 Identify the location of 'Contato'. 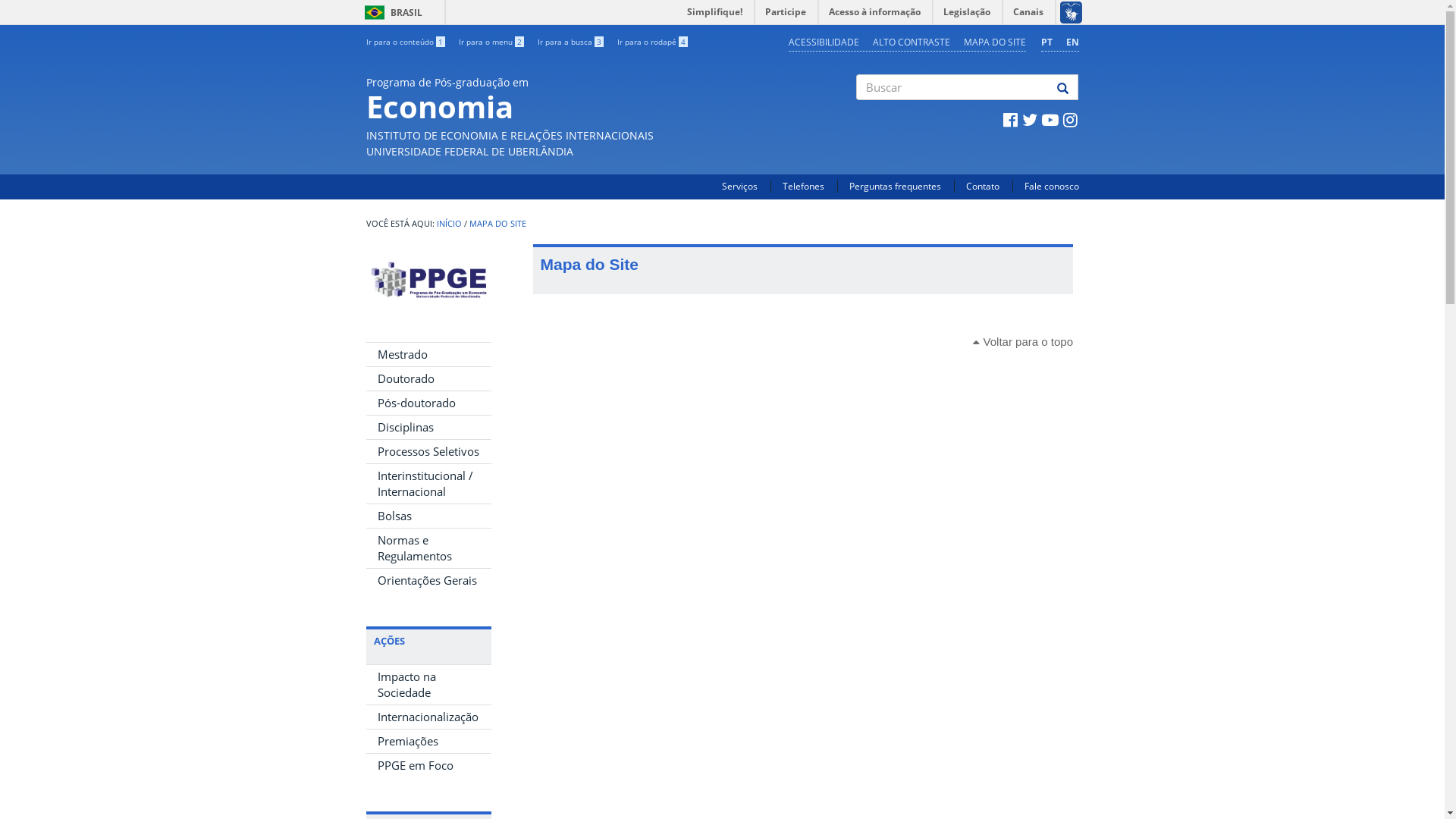
(965, 185).